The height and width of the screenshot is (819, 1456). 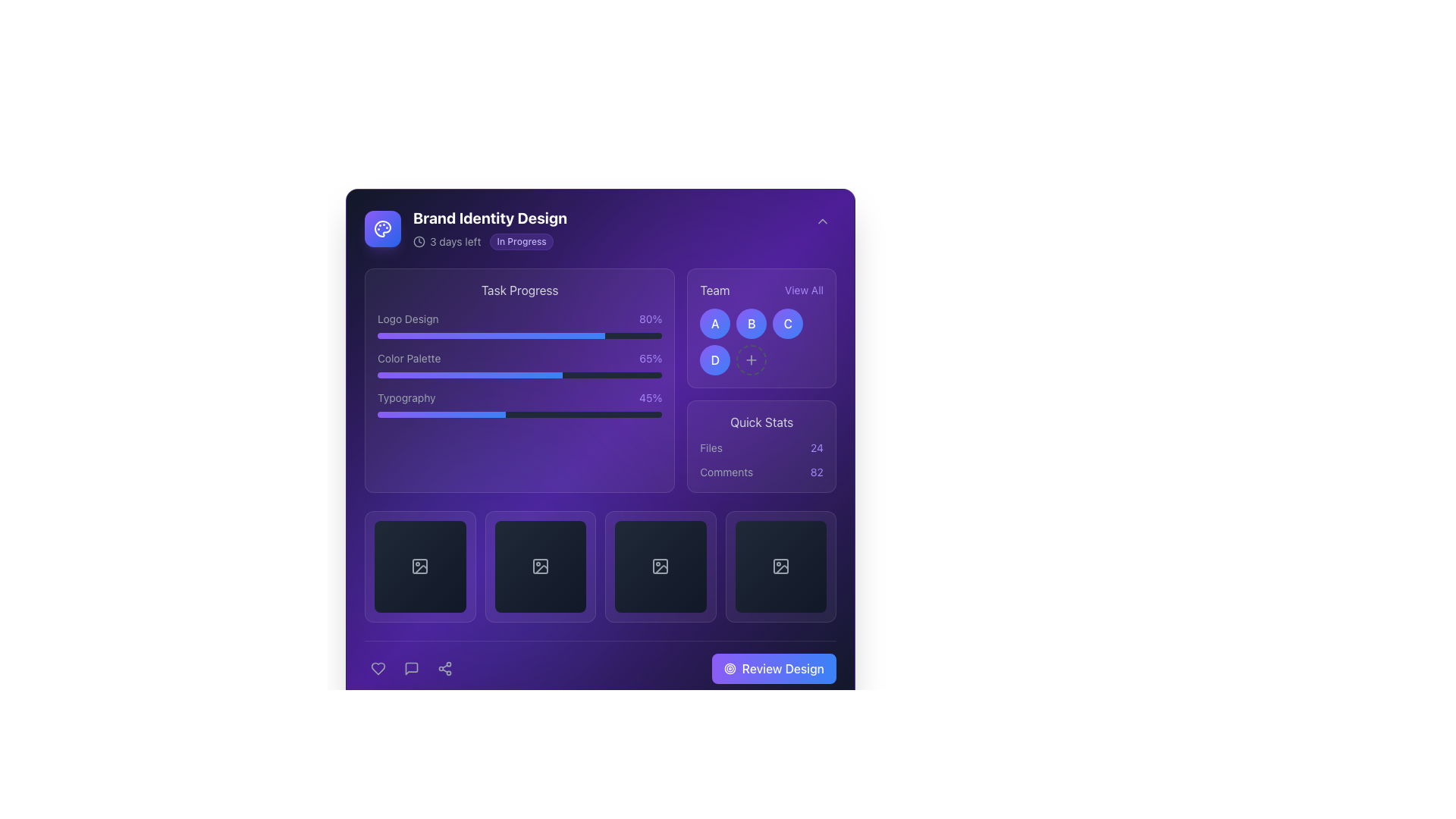 What do you see at coordinates (444, 667) in the screenshot?
I see `the rightmost sharing action button located in the bottommost section of the interface to initiate a sharing action` at bounding box center [444, 667].